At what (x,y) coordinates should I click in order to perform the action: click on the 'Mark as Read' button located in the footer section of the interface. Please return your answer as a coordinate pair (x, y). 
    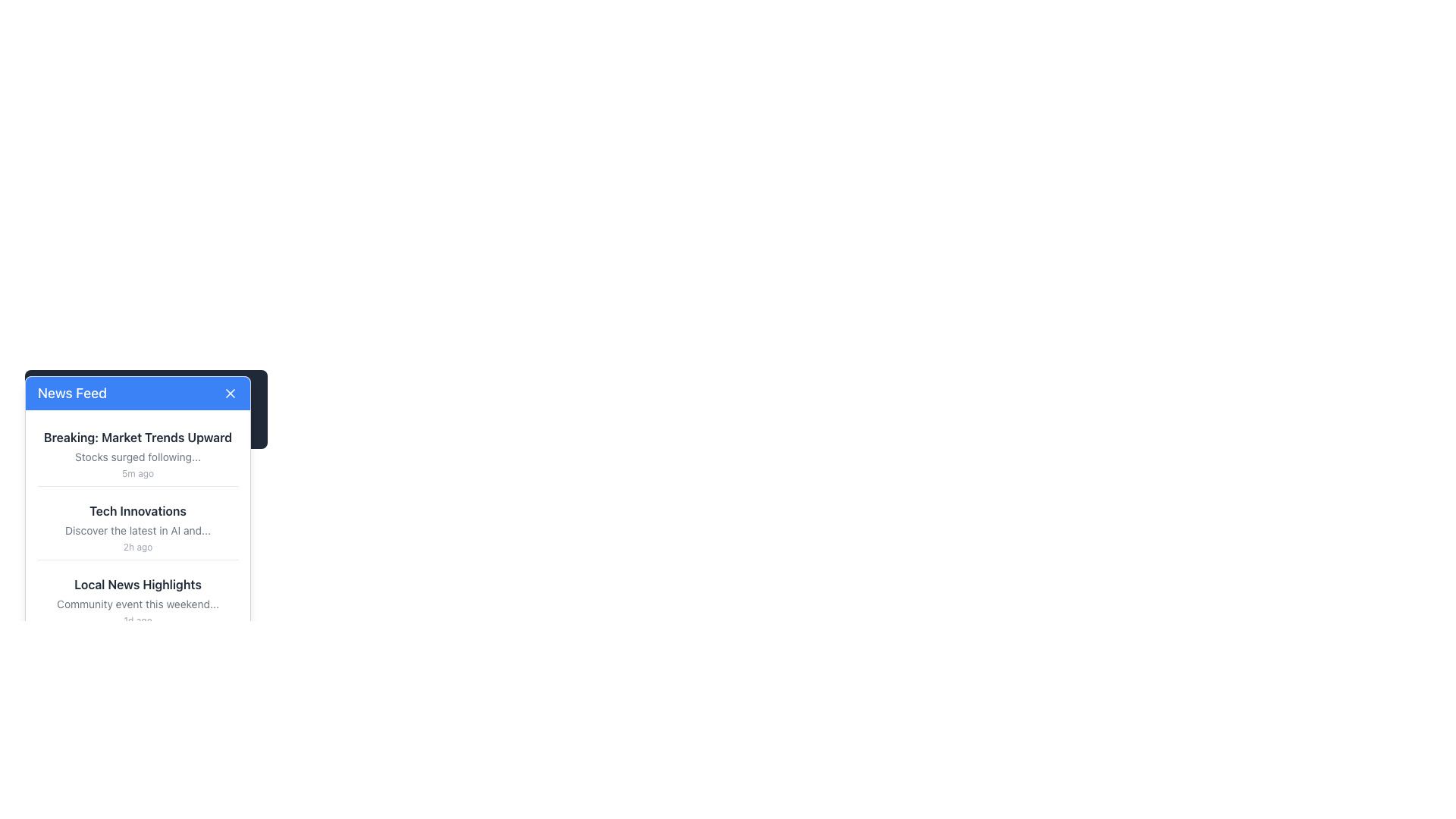
    Looking at the image, I should click on (199, 664).